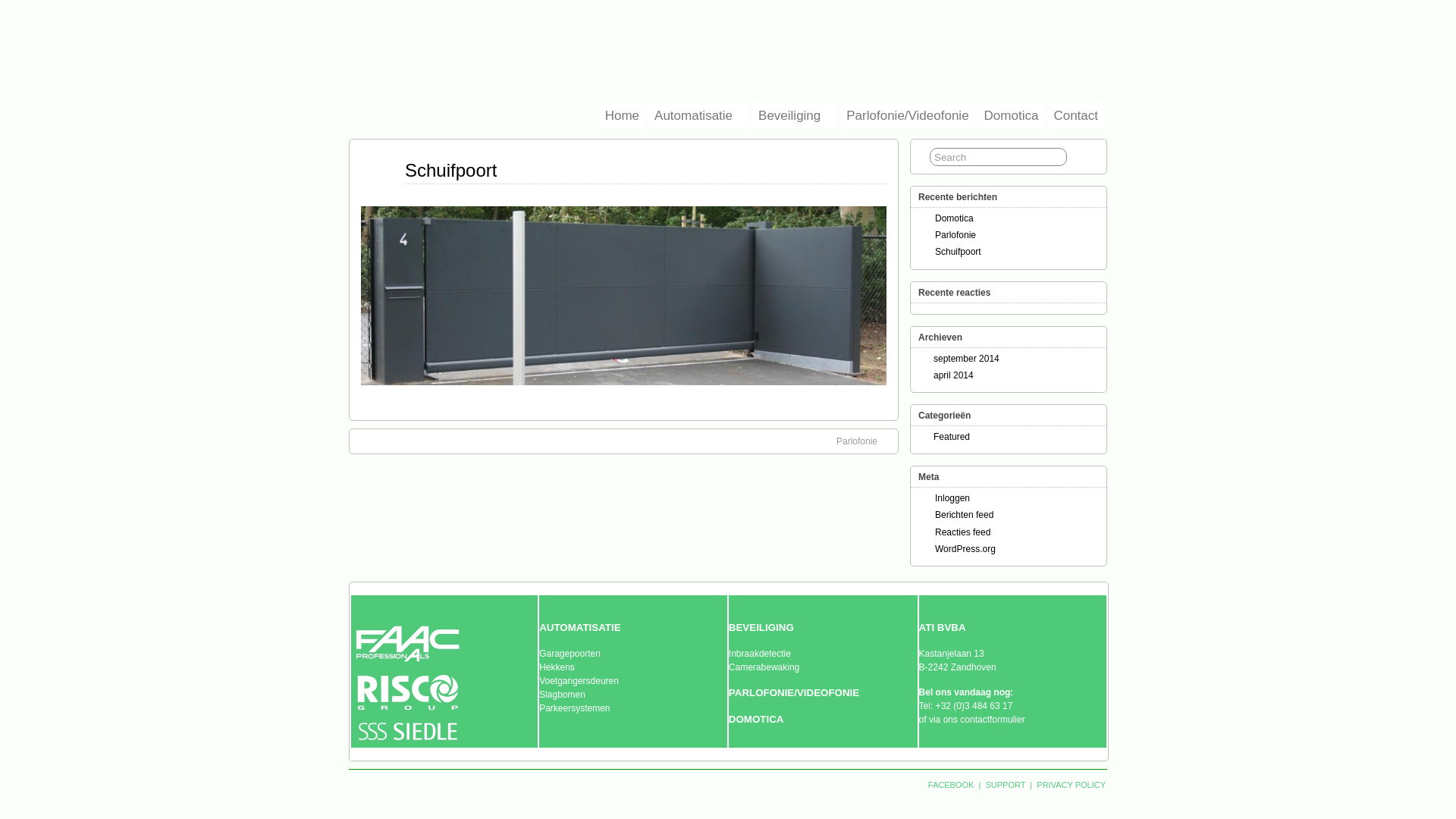  I want to click on 'Garagepoorten', so click(569, 652).